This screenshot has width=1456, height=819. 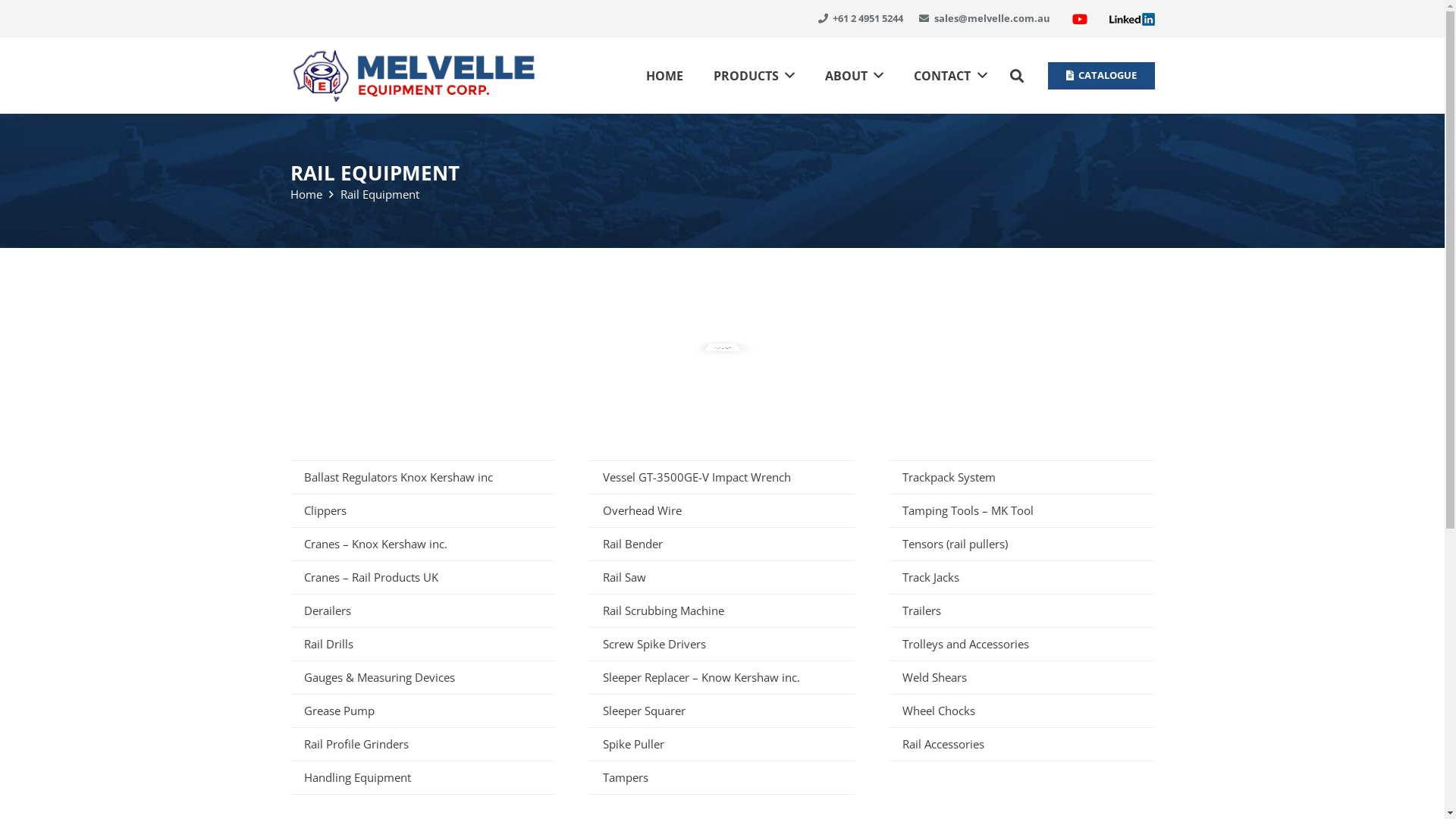 What do you see at coordinates (1021, 742) in the screenshot?
I see `'Rail Accessories'` at bounding box center [1021, 742].